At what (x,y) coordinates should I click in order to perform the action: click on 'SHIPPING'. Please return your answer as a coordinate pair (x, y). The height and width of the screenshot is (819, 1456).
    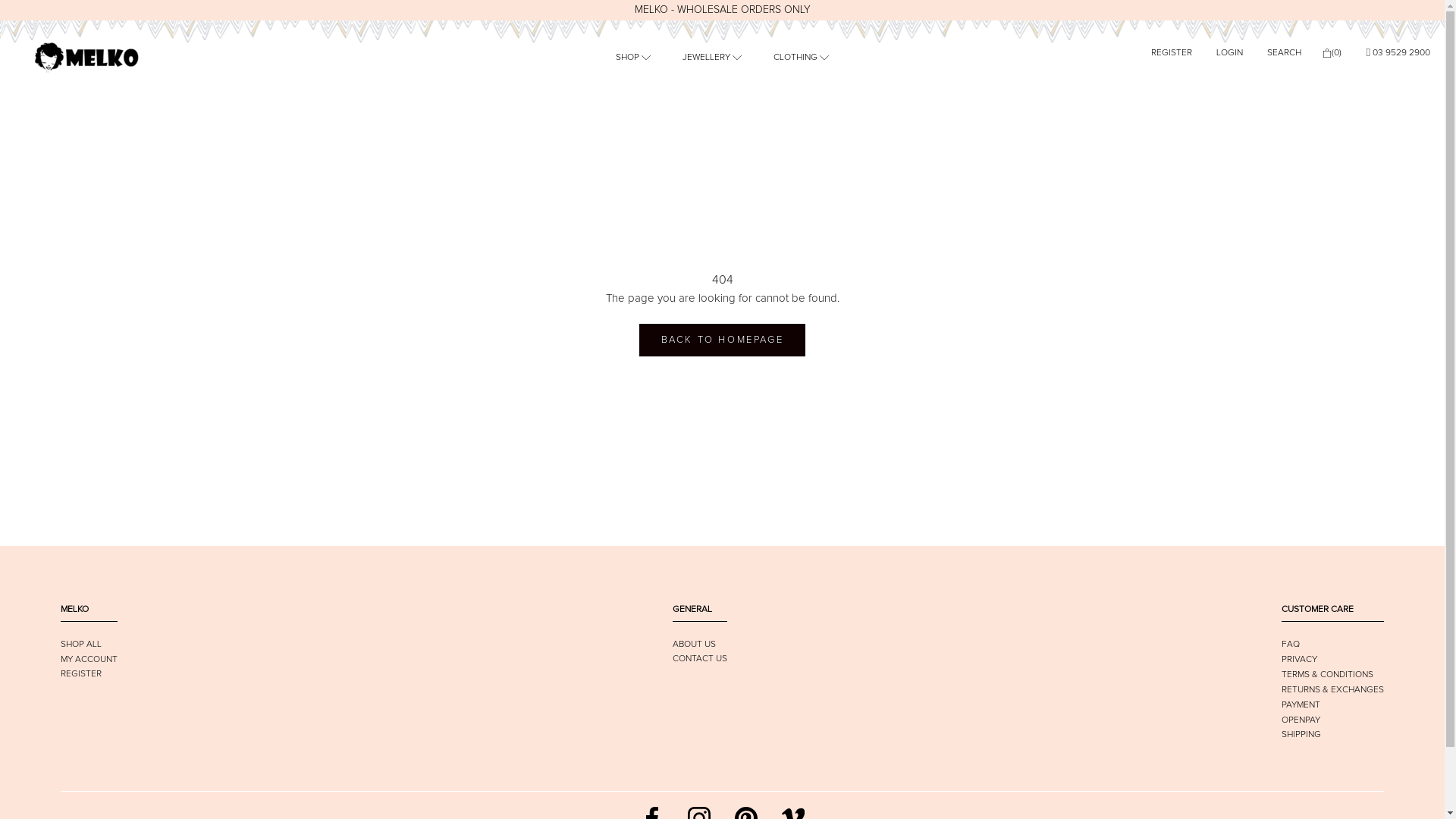
    Looking at the image, I should click on (1301, 733).